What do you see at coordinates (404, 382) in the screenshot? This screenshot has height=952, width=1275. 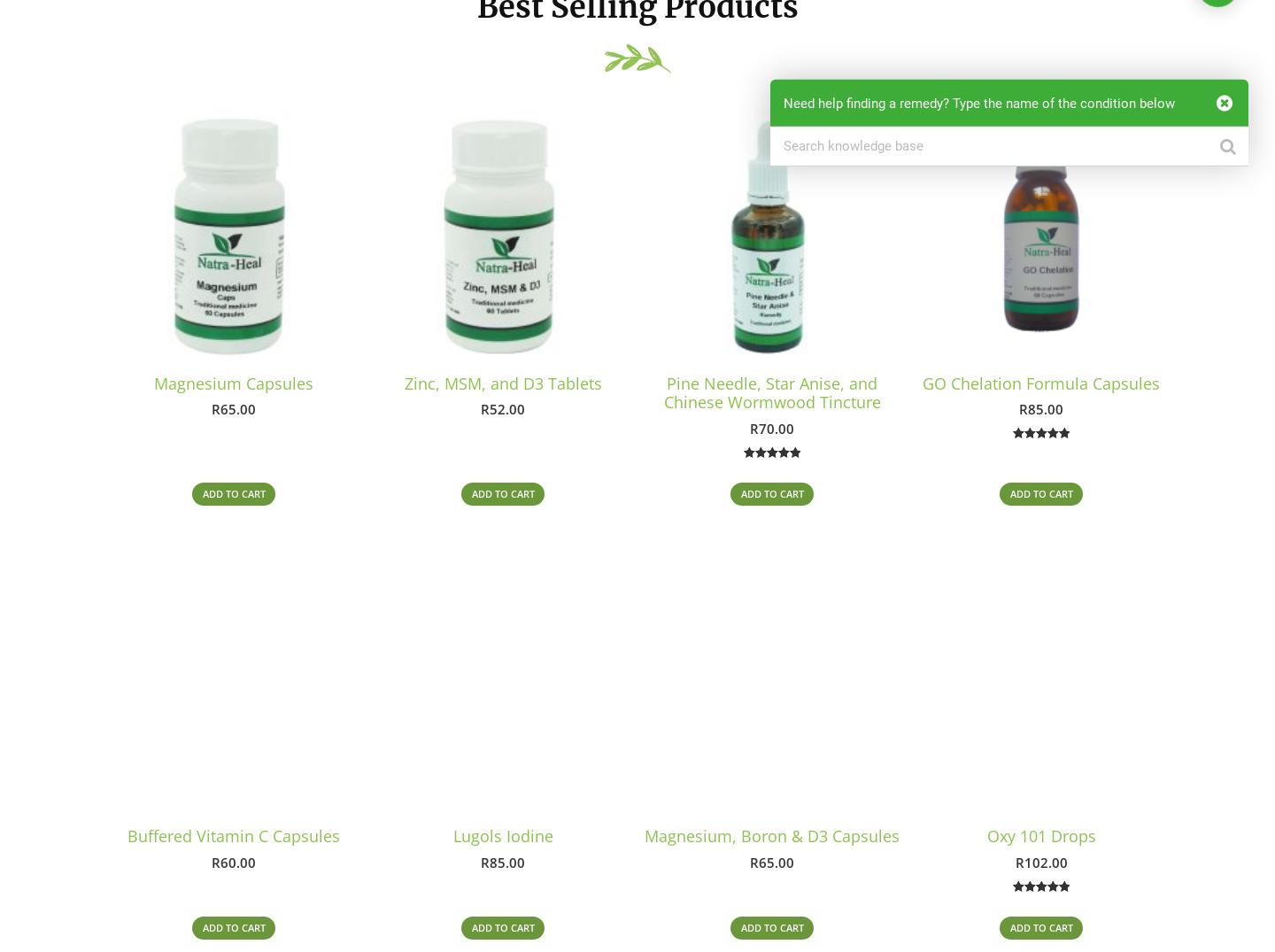 I see `'Zinc, MSM, and D3 Tablets'` at bounding box center [404, 382].